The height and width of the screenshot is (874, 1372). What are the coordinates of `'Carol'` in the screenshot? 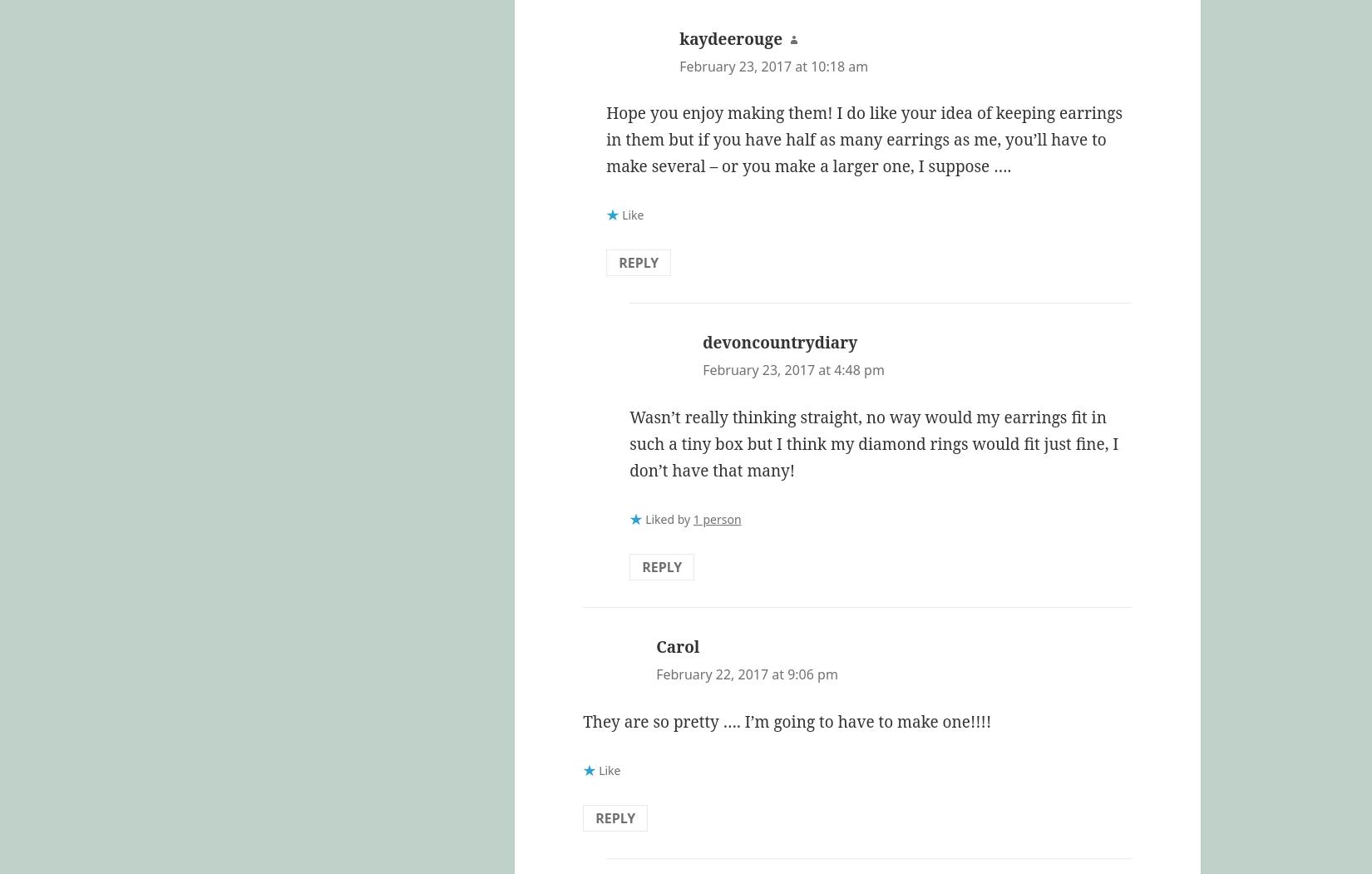 It's located at (676, 645).